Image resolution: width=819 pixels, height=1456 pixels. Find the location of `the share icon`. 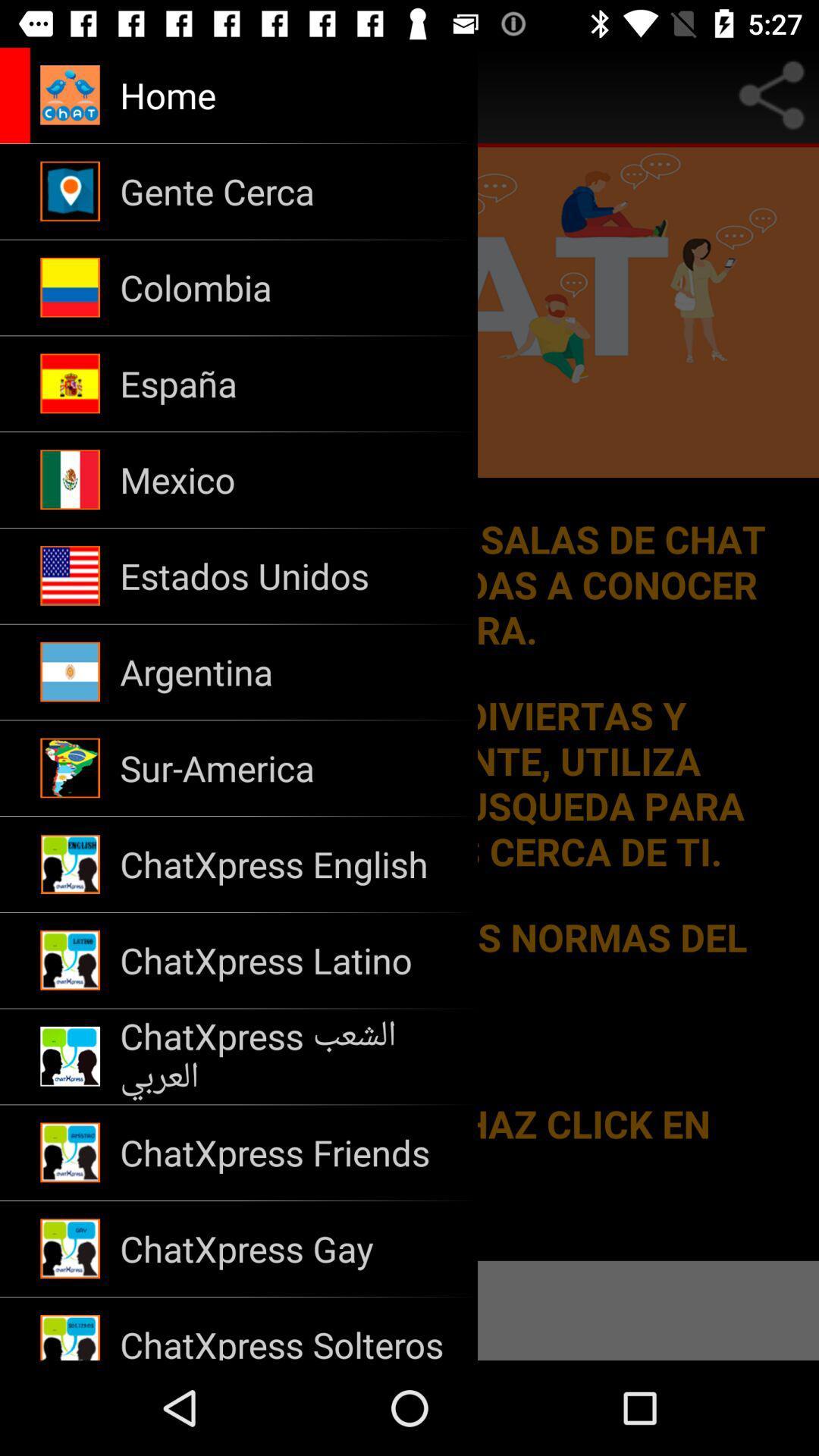

the share icon is located at coordinates (771, 94).